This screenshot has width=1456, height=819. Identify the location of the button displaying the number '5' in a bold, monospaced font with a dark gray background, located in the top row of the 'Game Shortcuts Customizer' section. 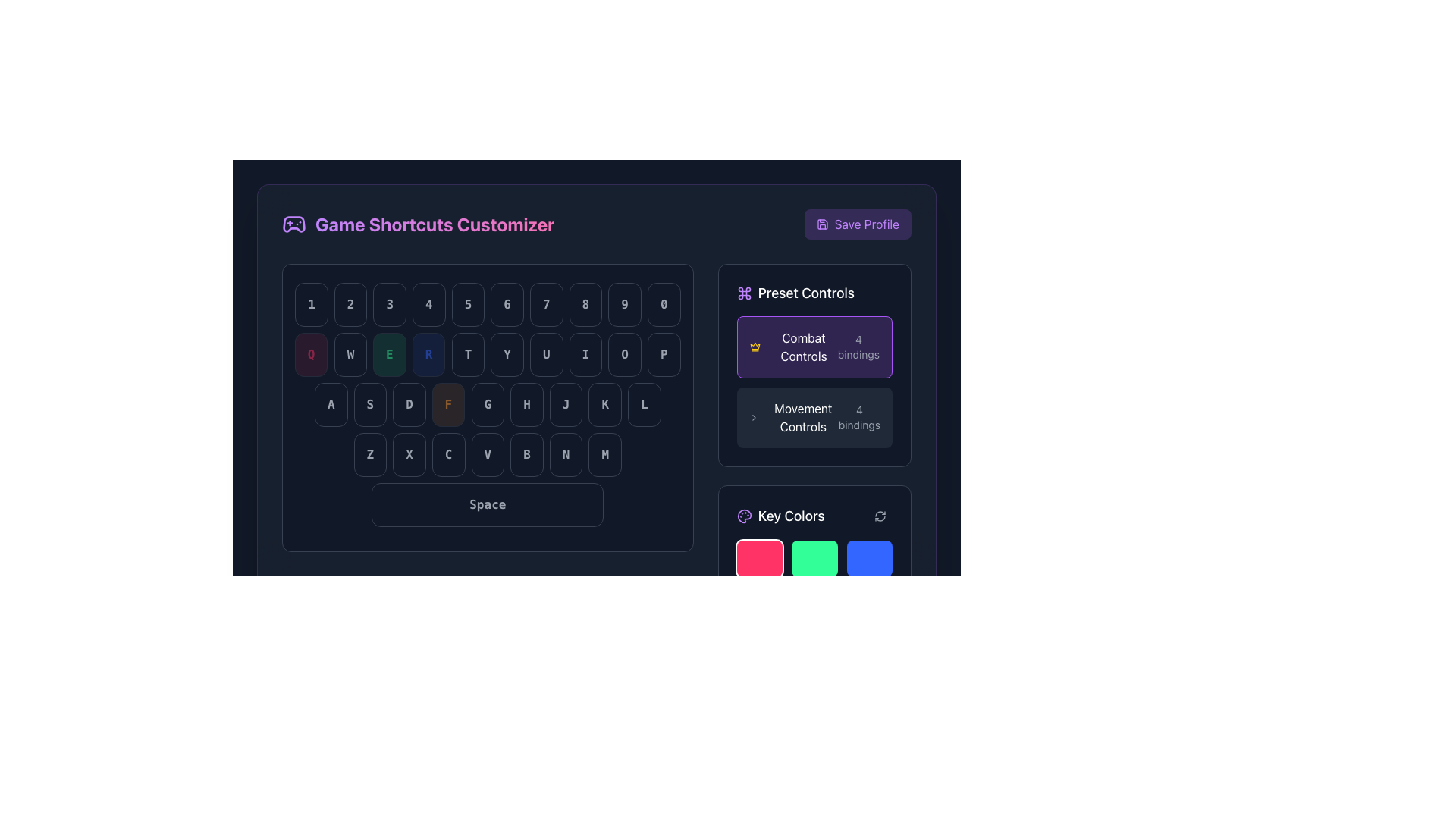
(467, 304).